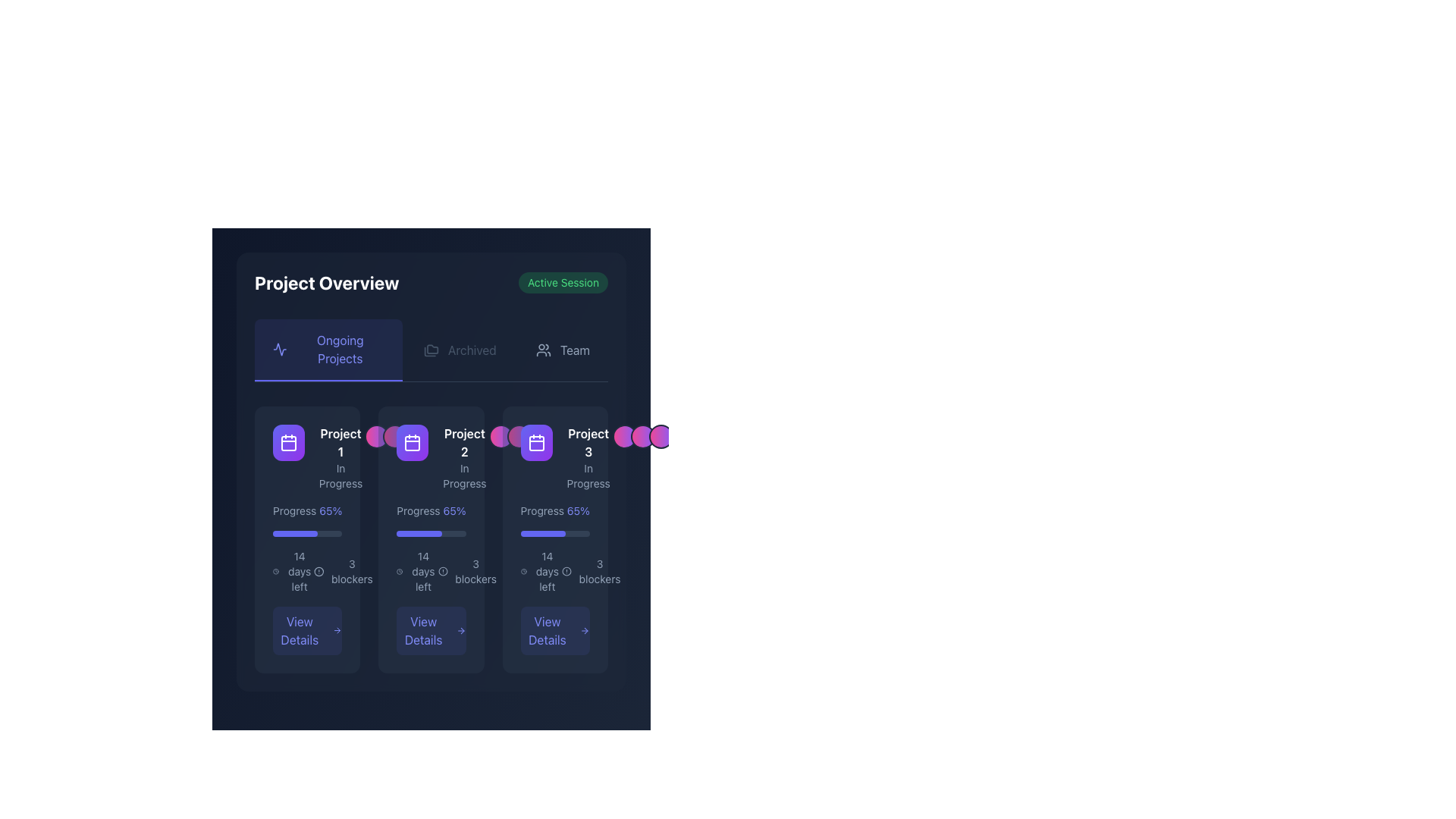  Describe the element at coordinates (423, 571) in the screenshot. I see `the text label displaying '14 days left', which is styled in light slate-gray color and is located within the 'Project 2' card, below the progress bar and to the left of '3 blockers'` at that location.